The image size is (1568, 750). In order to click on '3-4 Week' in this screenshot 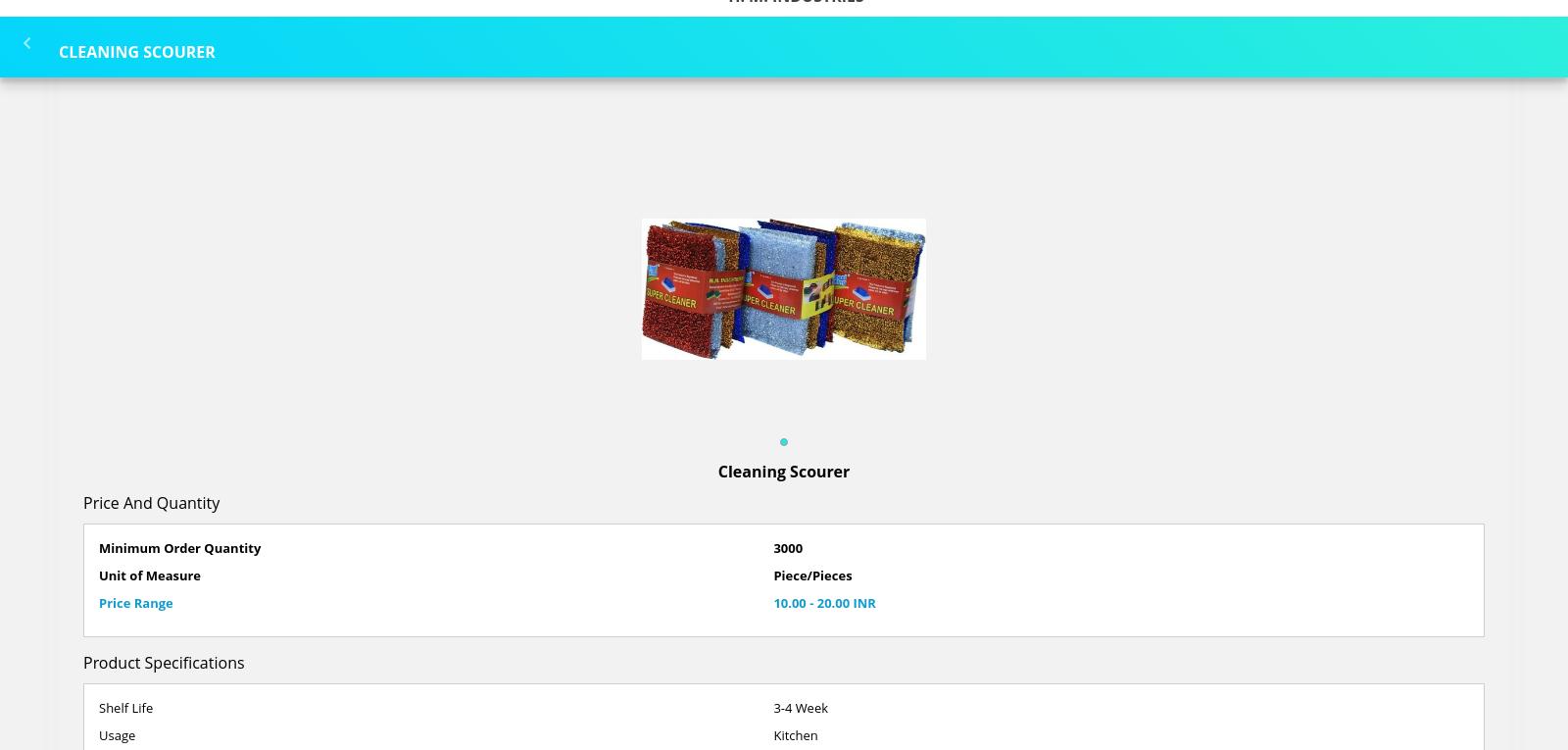, I will do `click(799, 707)`.